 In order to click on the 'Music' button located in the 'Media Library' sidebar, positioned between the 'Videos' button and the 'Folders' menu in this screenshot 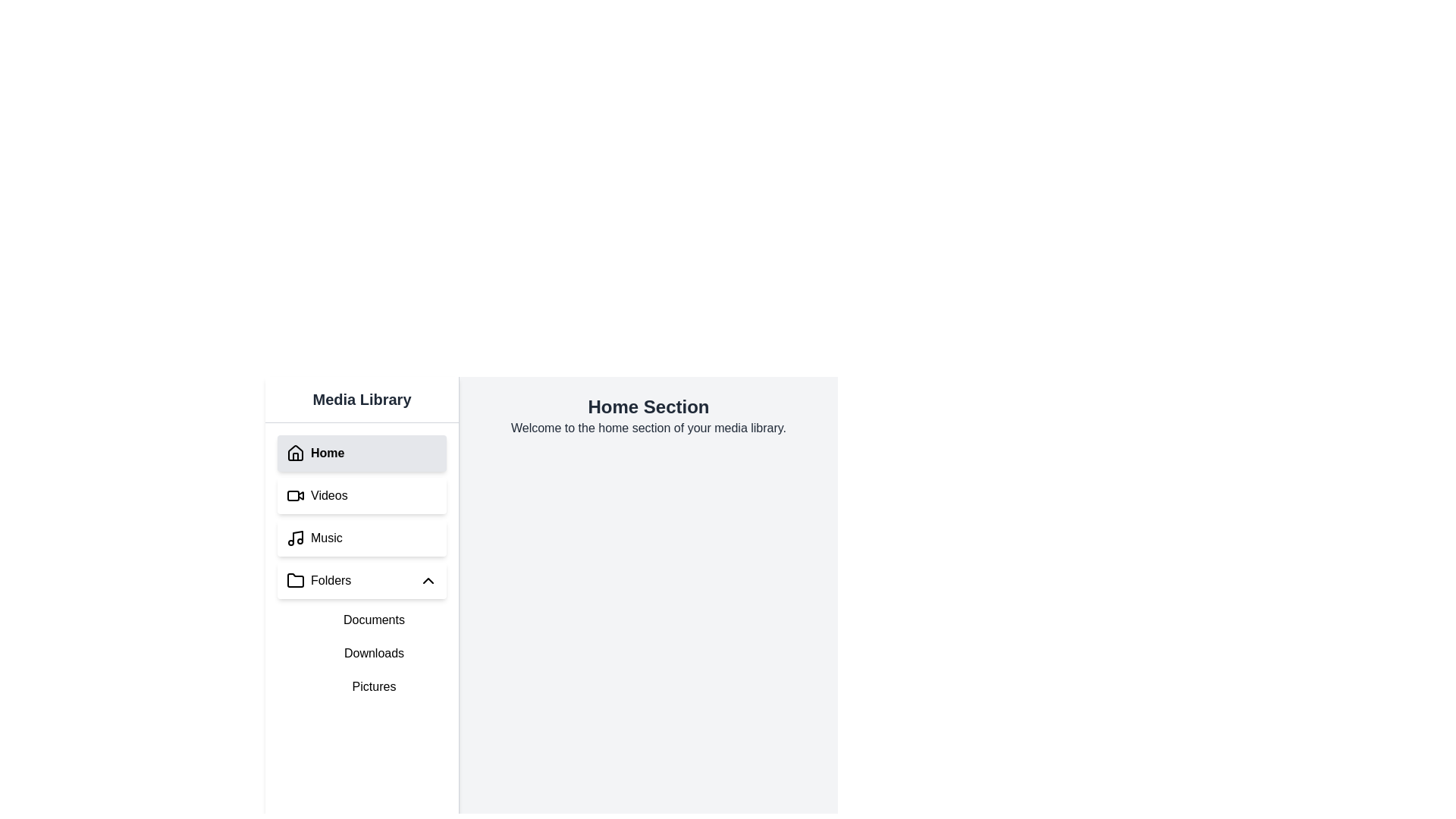, I will do `click(361, 537)`.